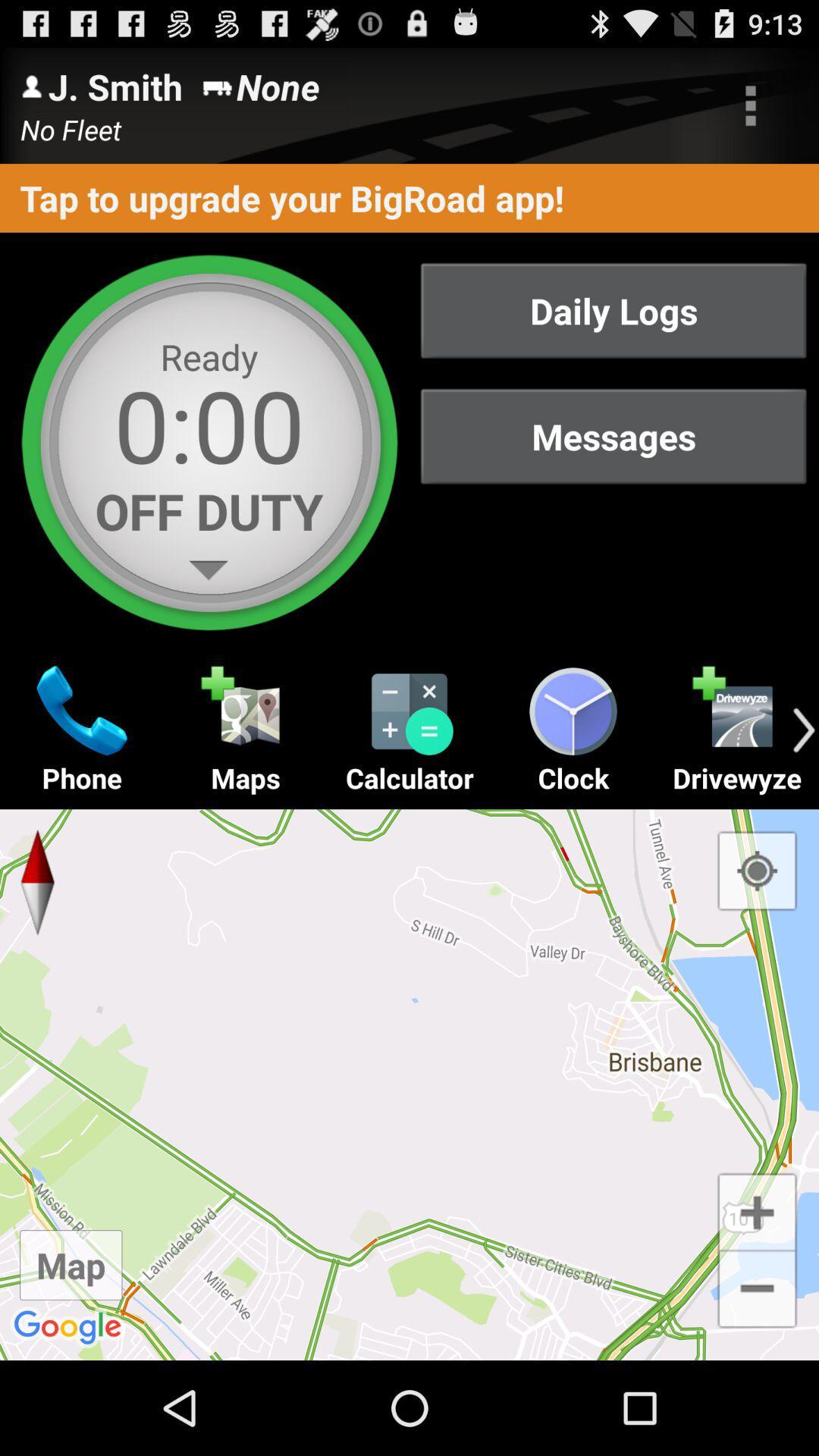 This screenshot has height=1456, width=819. What do you see at coordinates (757, 871) in the screenshot?
I see `the icon below the drivewyze item` at bounding box center [757, 871].